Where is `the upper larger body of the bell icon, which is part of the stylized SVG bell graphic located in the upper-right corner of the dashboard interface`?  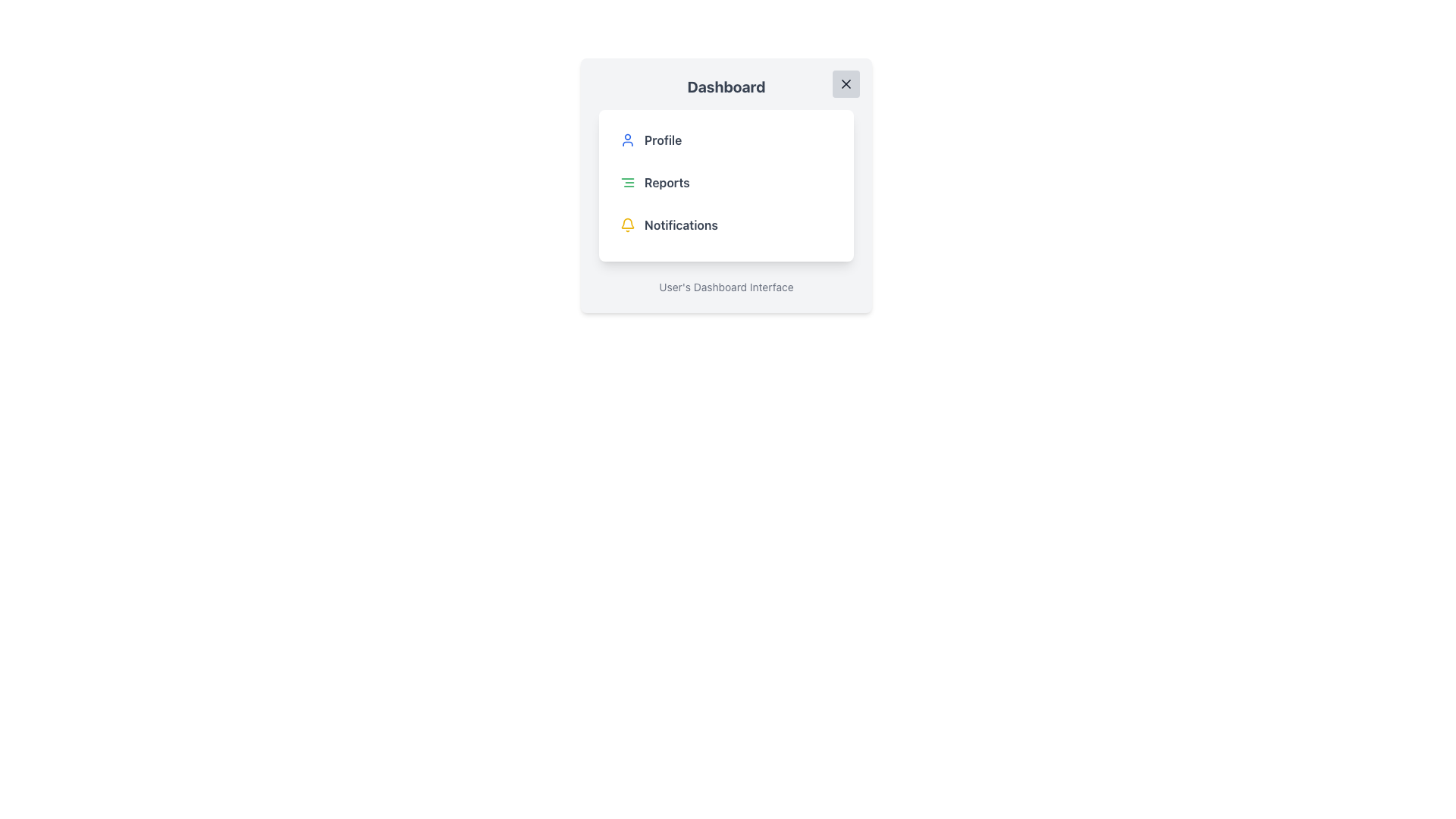
the upper larger body of the bell icon, which is part of the stylized SVG bell graphic located in the upper-right corner of the dashboard interface is located at coordinates (628, 223).